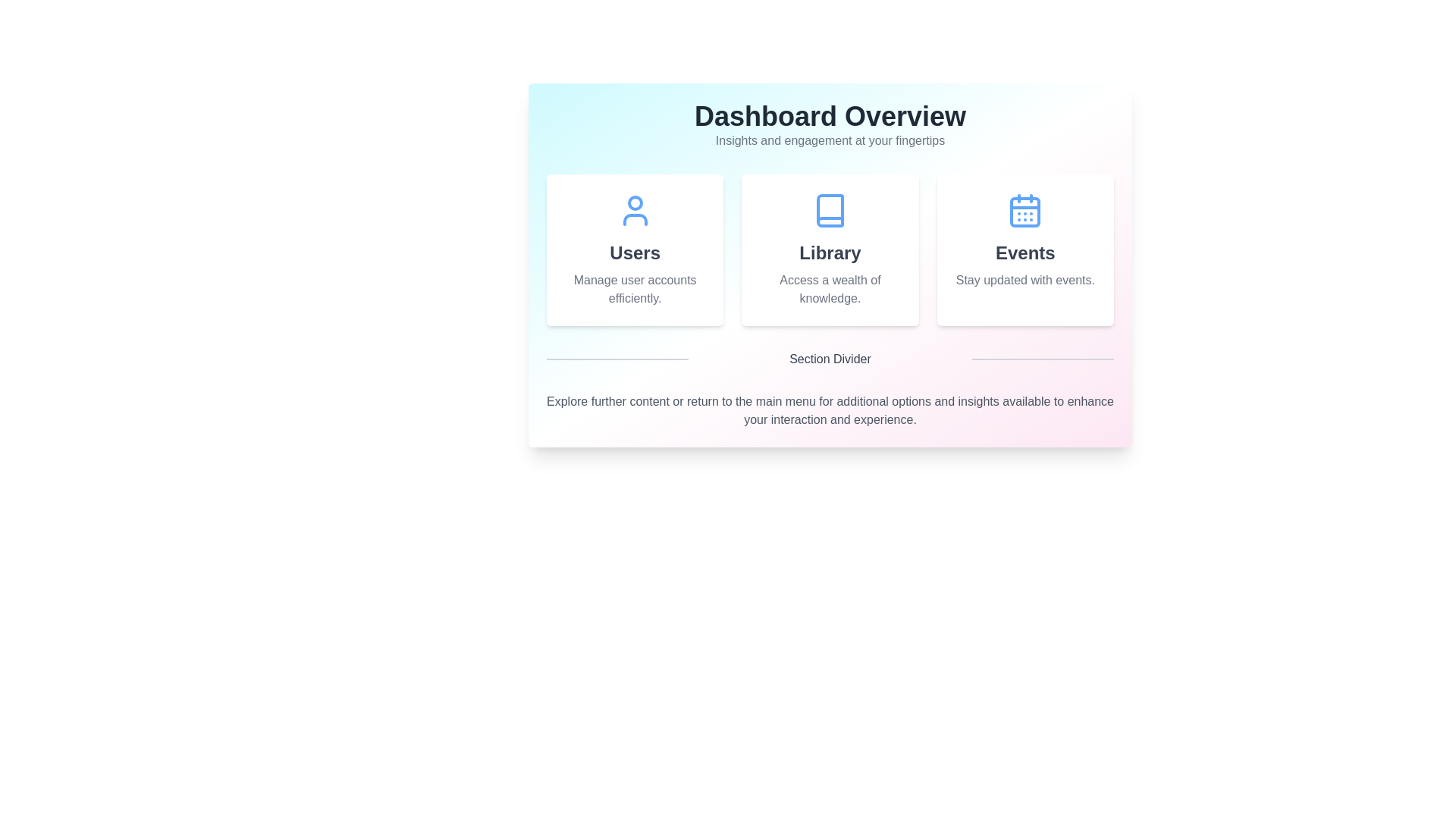 This screenshot has height=819, width=1456. I want to click on the text element displaying 'Events' in bold, large font, located in the center of the rightmost panel of the layout, so click(1025, 253).